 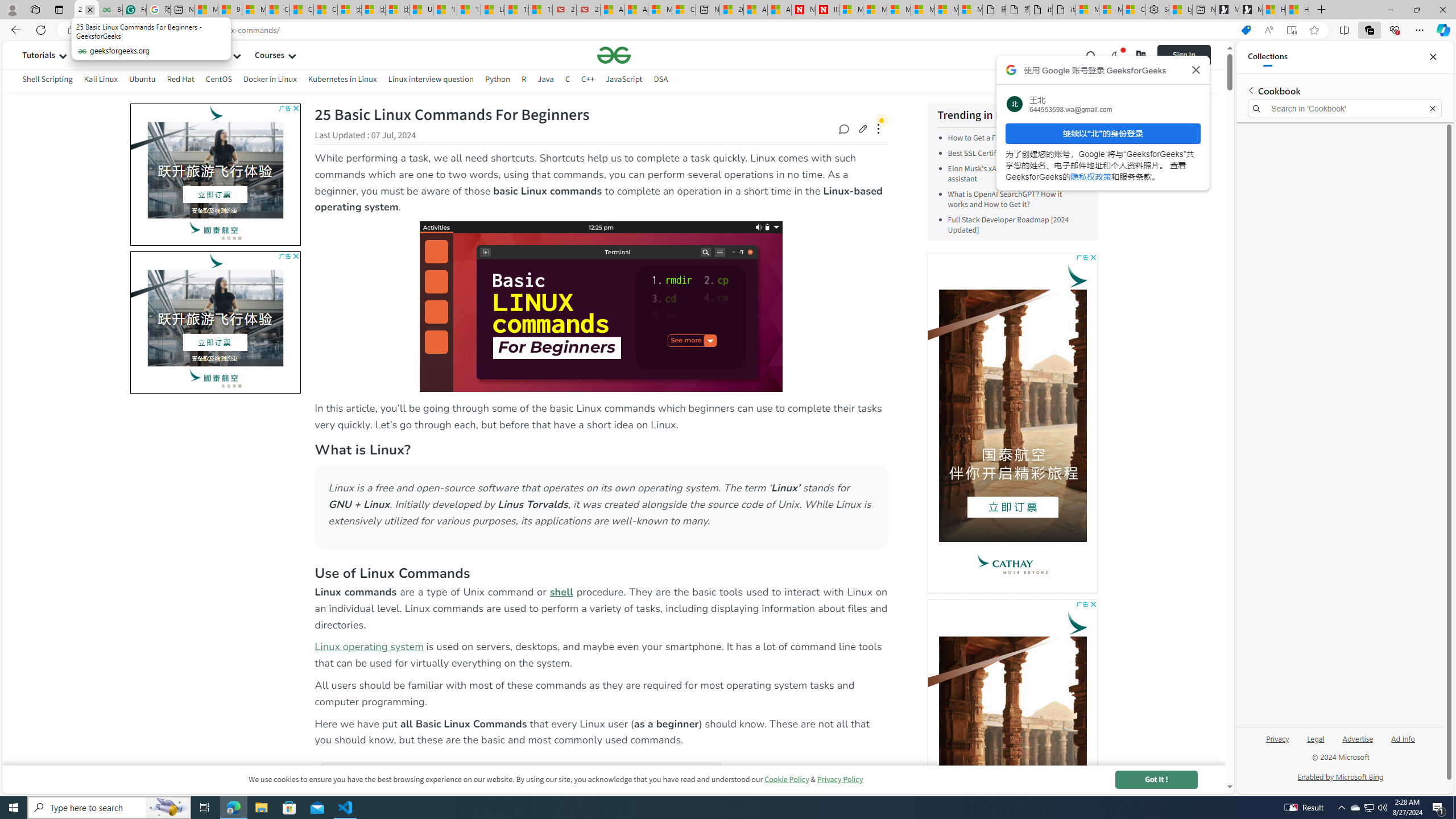 What do you see at coordinates (586, 80) in the screenshot?
I see `'C++'` at bounding box center [586, 80].